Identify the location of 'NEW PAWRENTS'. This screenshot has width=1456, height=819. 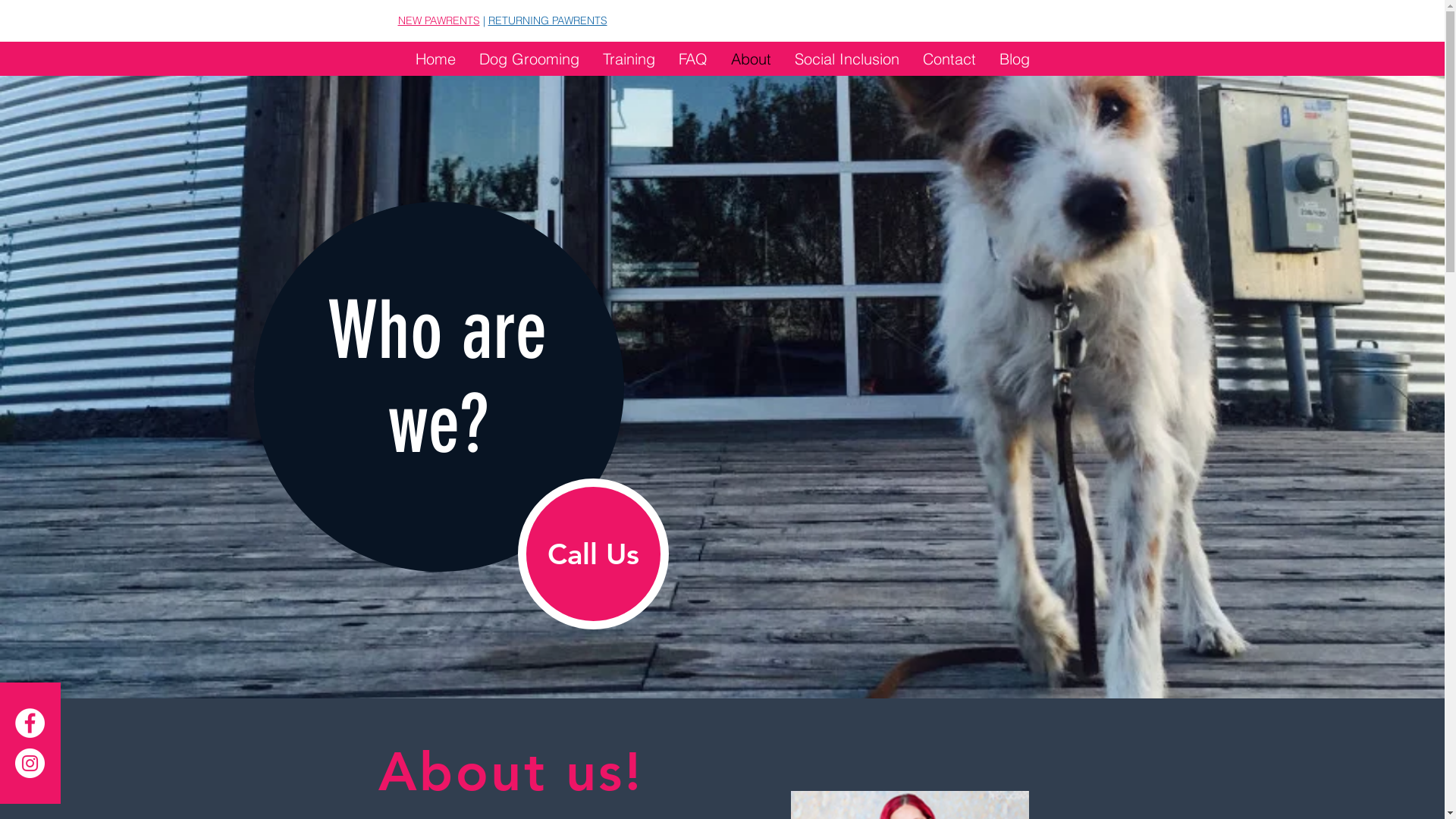
(437, 20).